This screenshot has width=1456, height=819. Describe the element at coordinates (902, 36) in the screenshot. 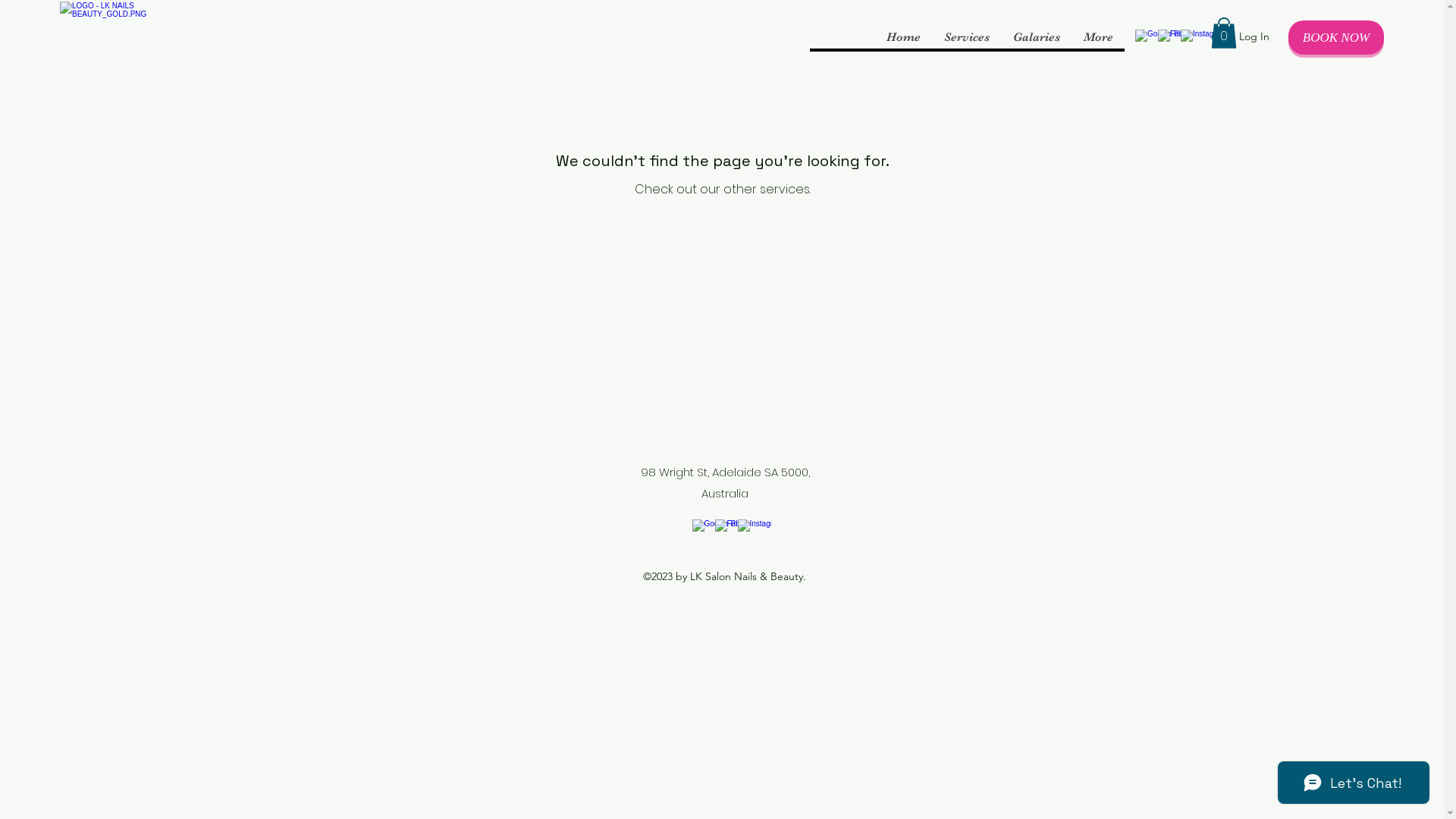

I see `'Home'` at that location.